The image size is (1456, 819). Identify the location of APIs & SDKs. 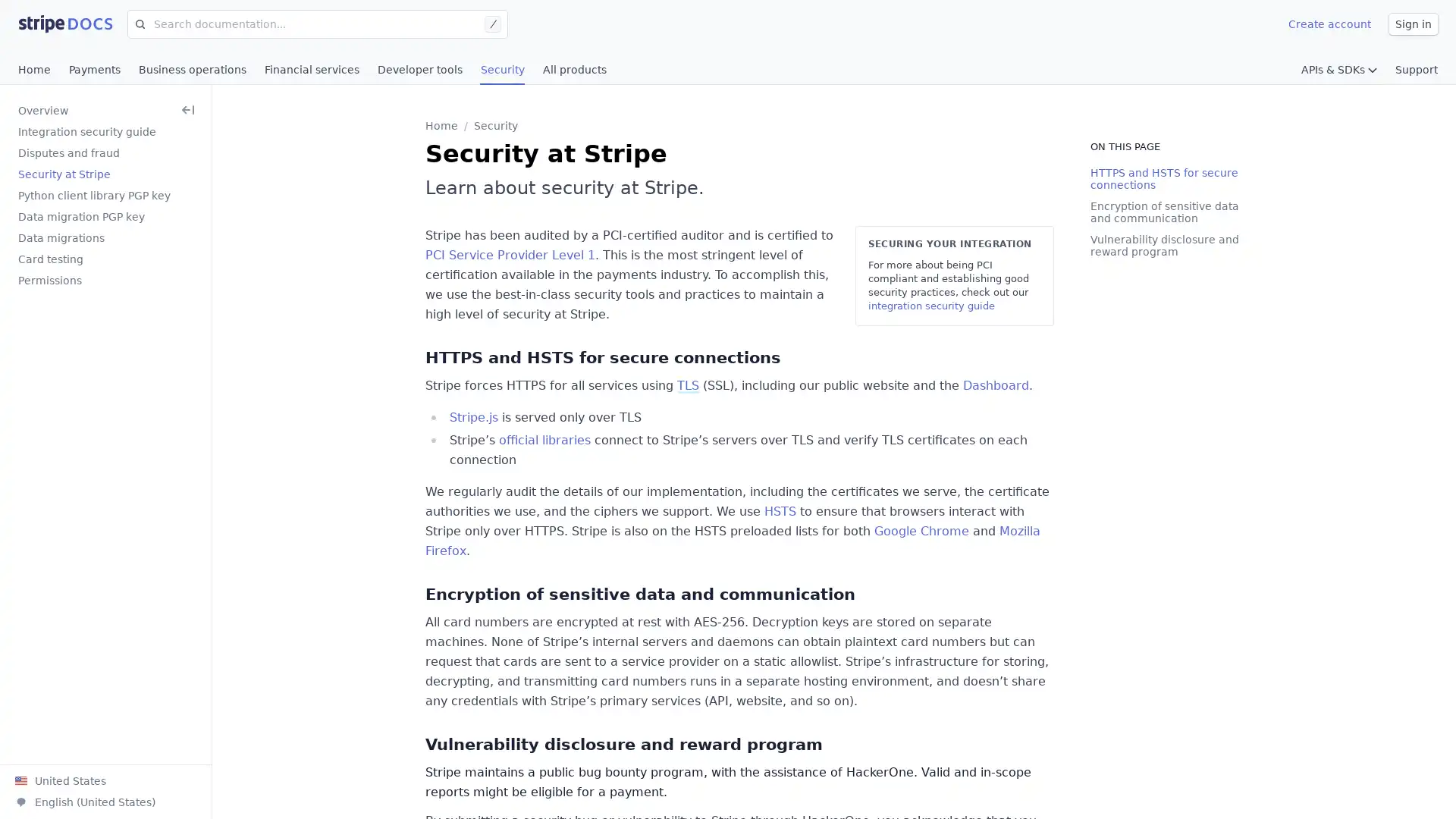
(1339, 70).